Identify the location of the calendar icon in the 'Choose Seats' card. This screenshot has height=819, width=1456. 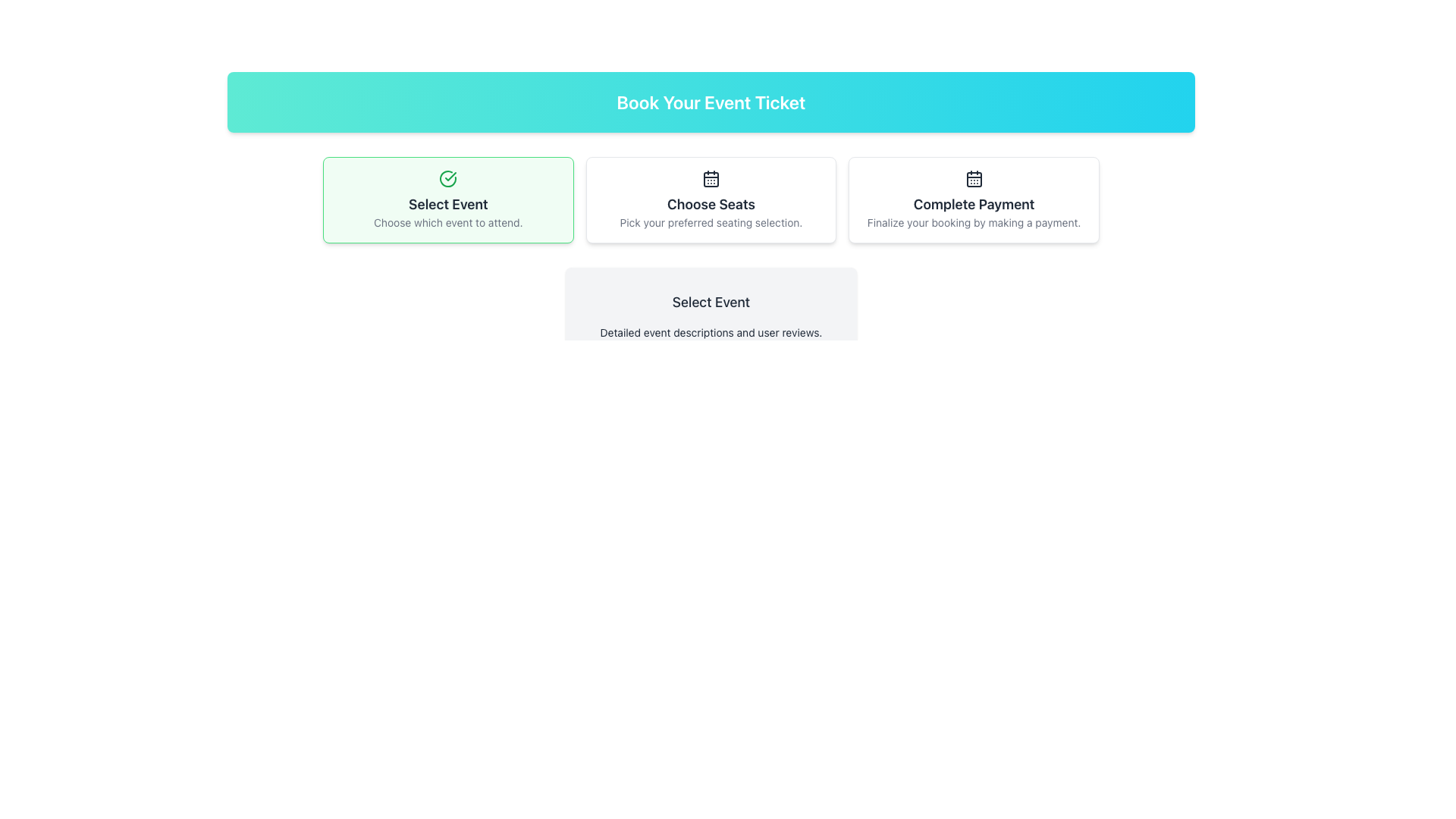
(710, 177).